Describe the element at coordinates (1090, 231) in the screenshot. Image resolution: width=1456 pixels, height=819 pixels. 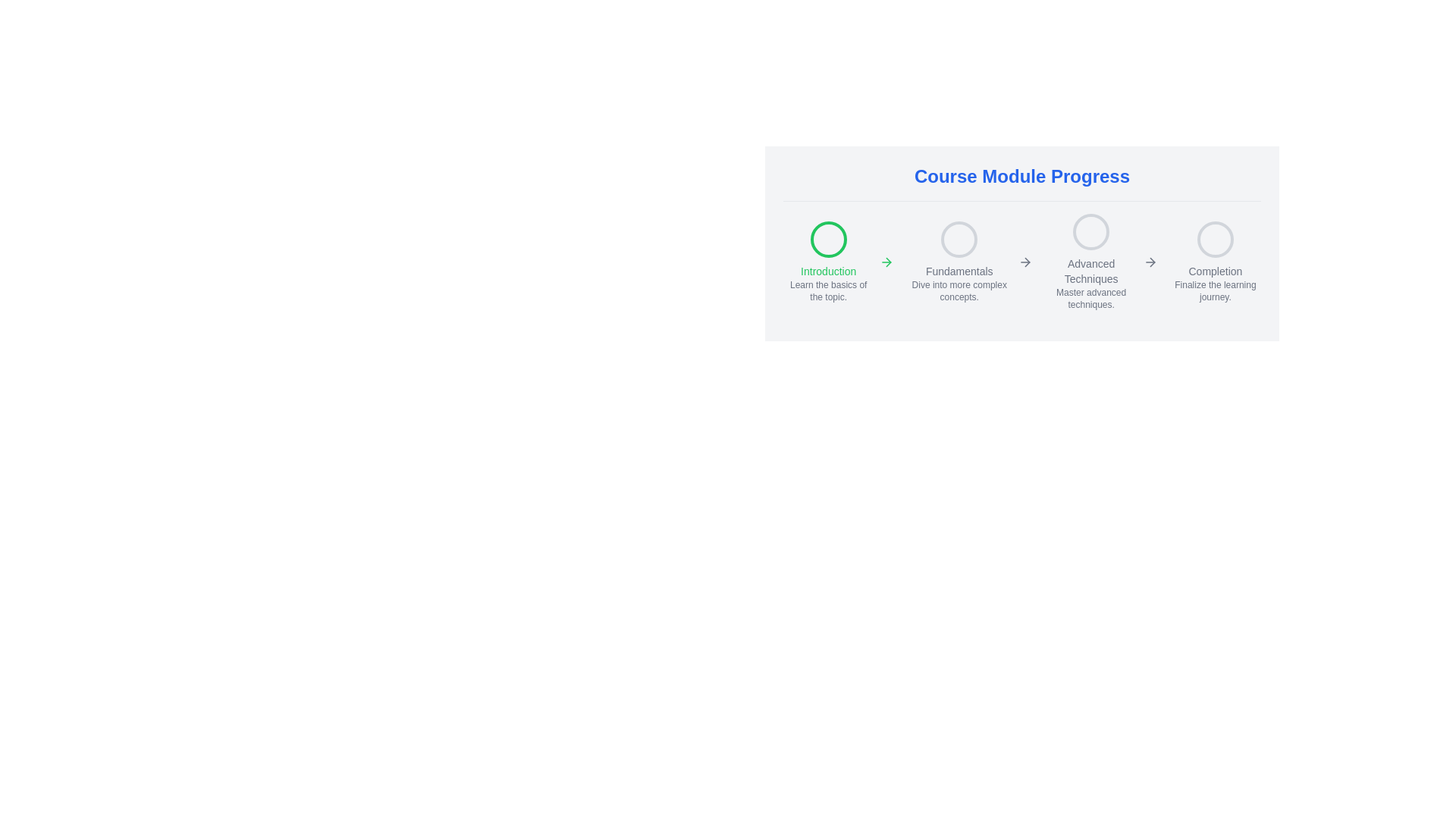
I see `the third circular progress indicator which has a light gray border and an empty white center, located above the label 'Advanced Techniques'` at that location.